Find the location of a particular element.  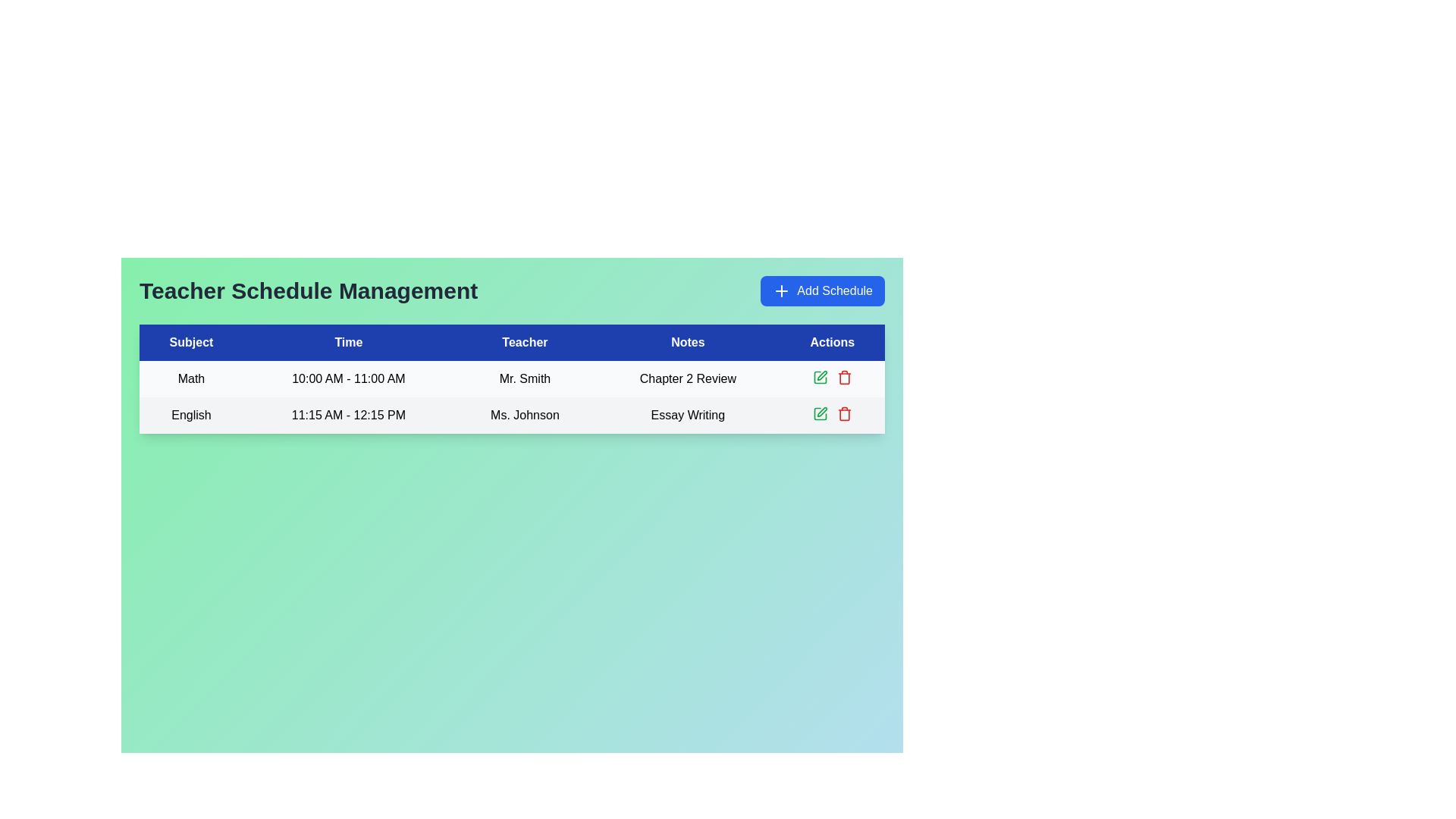

the green pencil icon button in the 'Actions' column of the second row in the 'Teacher Schedule Management' table to initiate editing is located at coordinates (821, 375).